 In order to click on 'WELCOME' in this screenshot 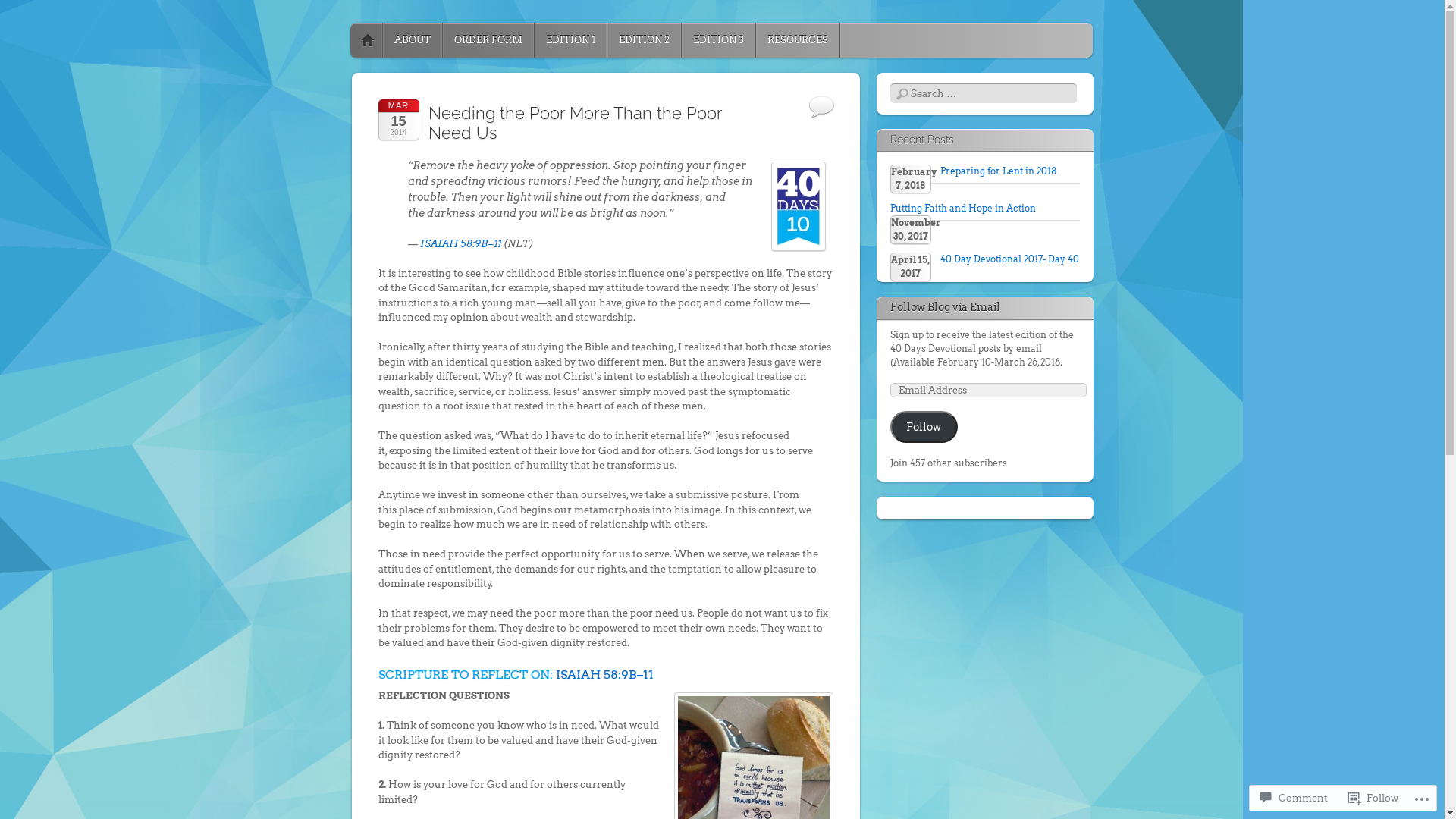, I will do `click(367, 39)`.